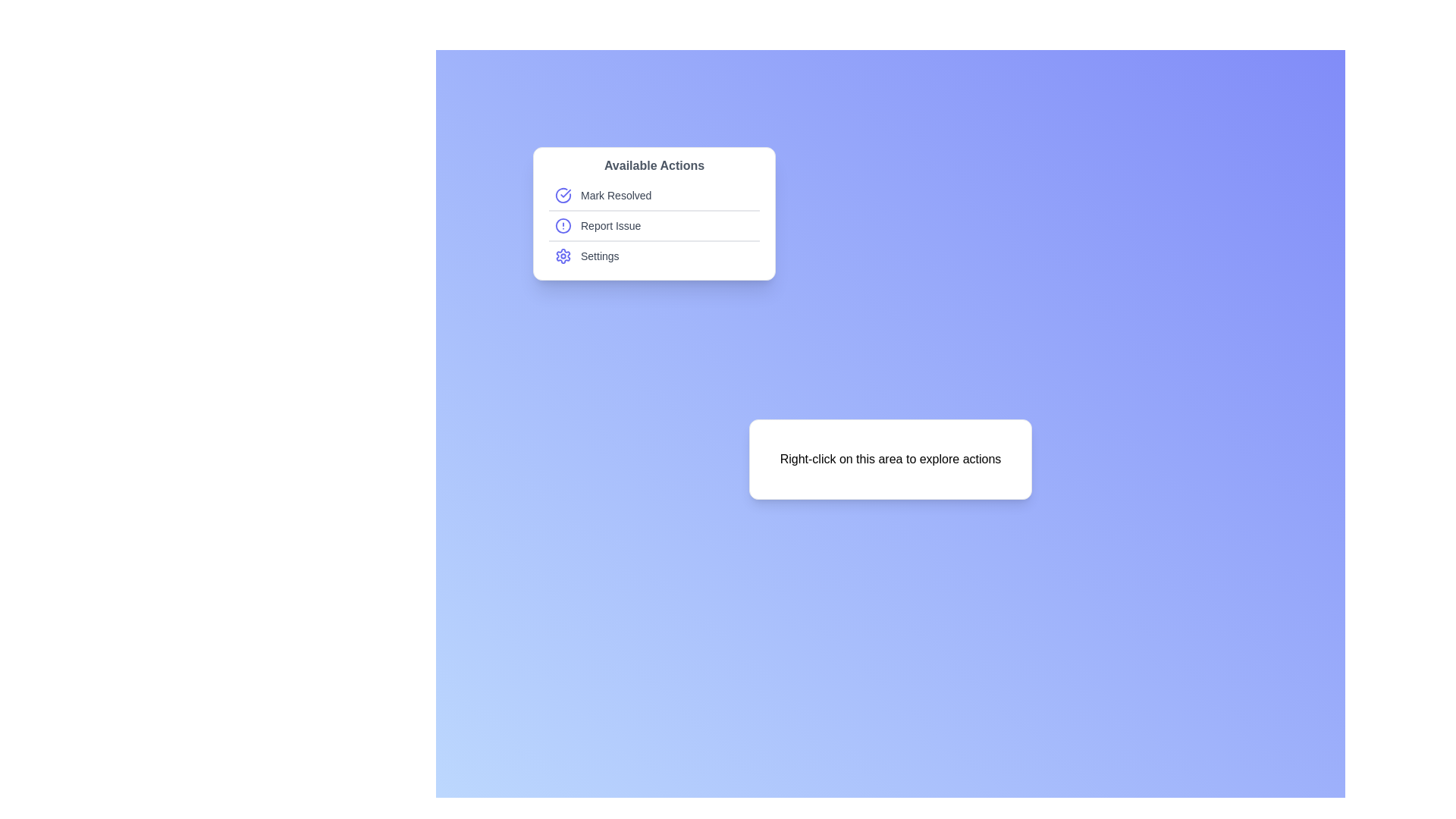  Describe the element at coordinates (654, 195) in the screenshot. I see `the 'Mark Resolved' option in the context menu` at that location.